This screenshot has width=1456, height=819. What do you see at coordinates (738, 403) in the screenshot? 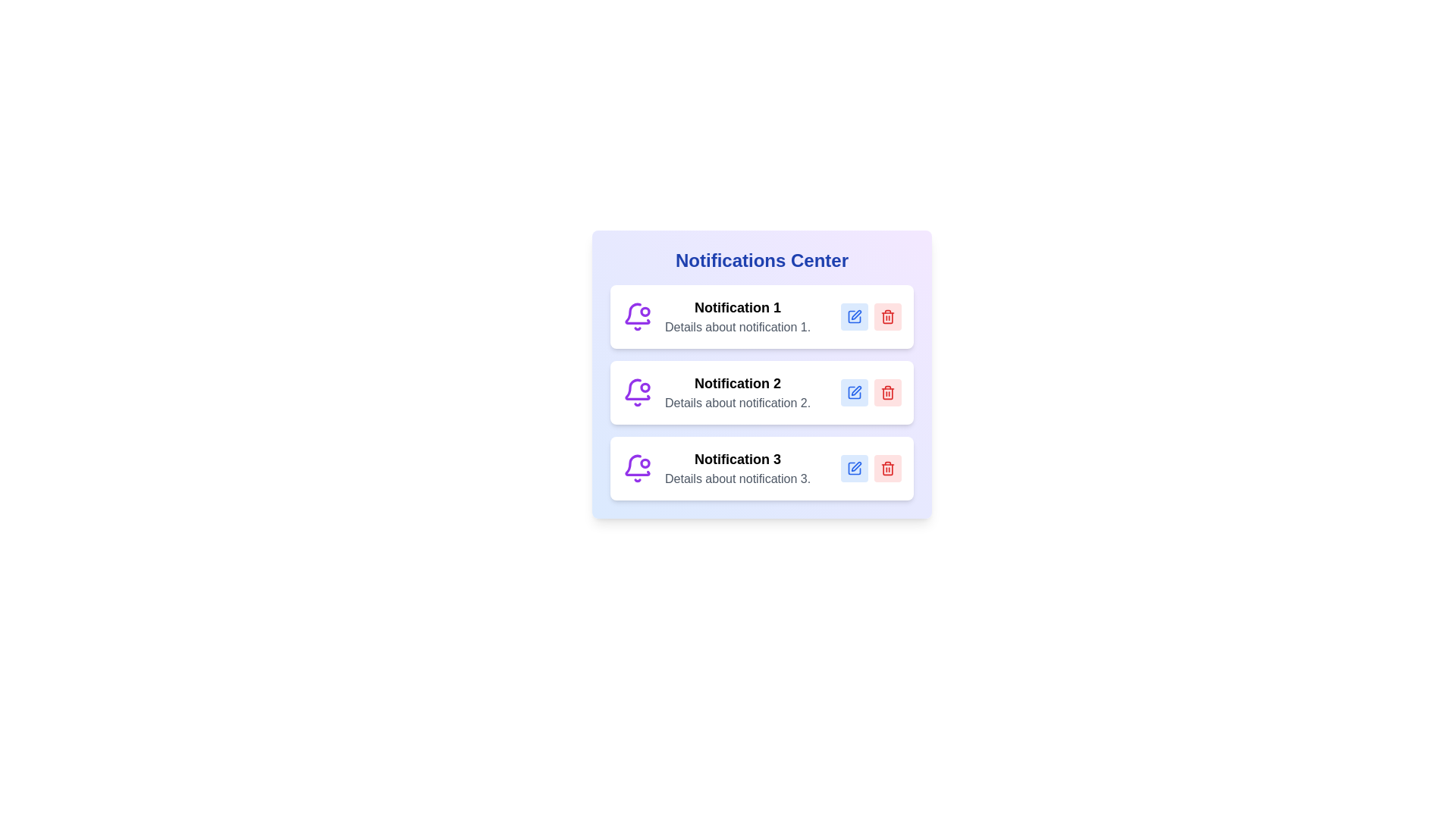
I see `the informational text label providing details about 'Notification 2' in the Notifications Center interface` at bounding box center [738, 403].